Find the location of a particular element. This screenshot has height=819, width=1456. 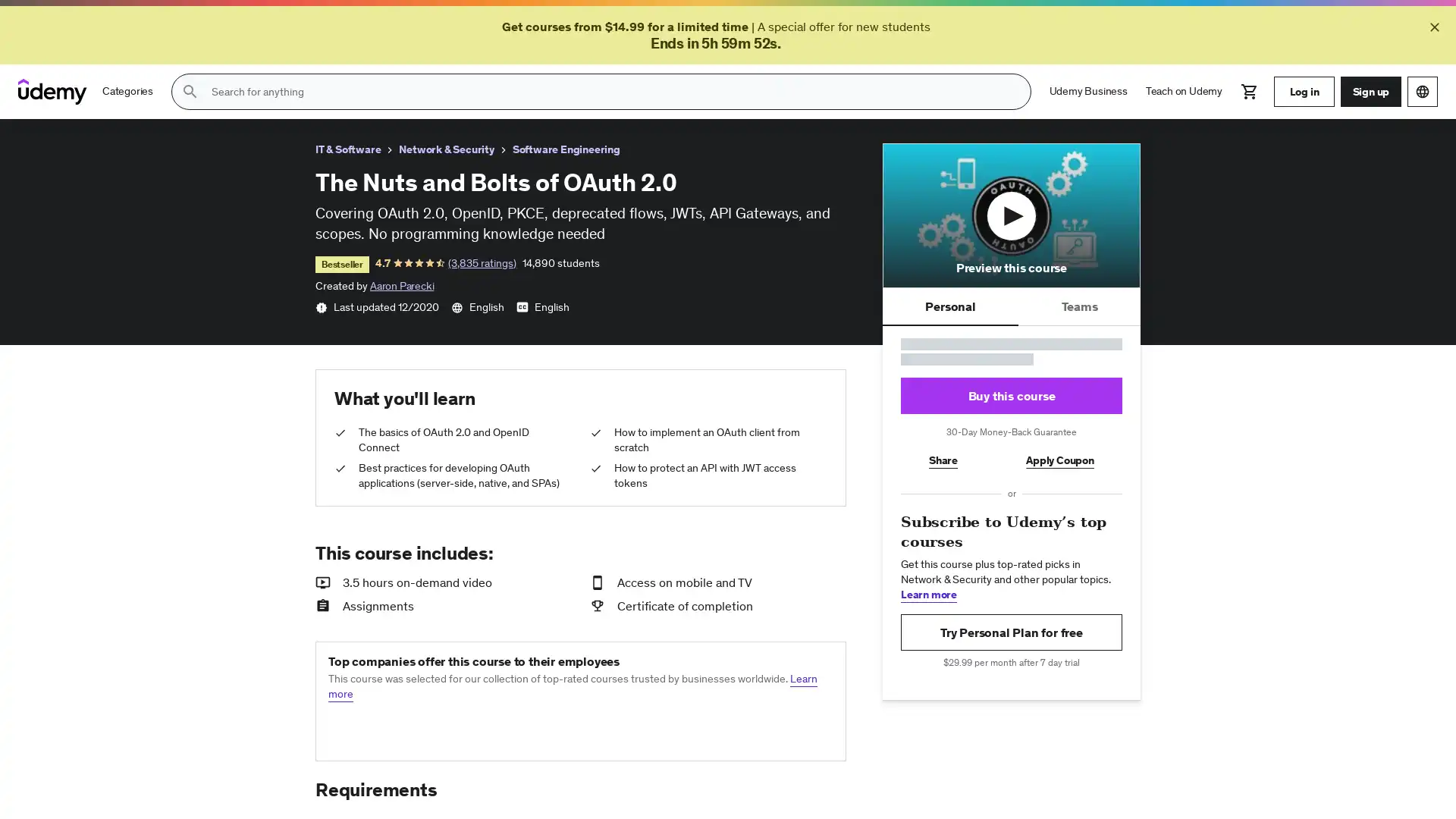

Apply Coupon is located at coordinates (1059, 459).